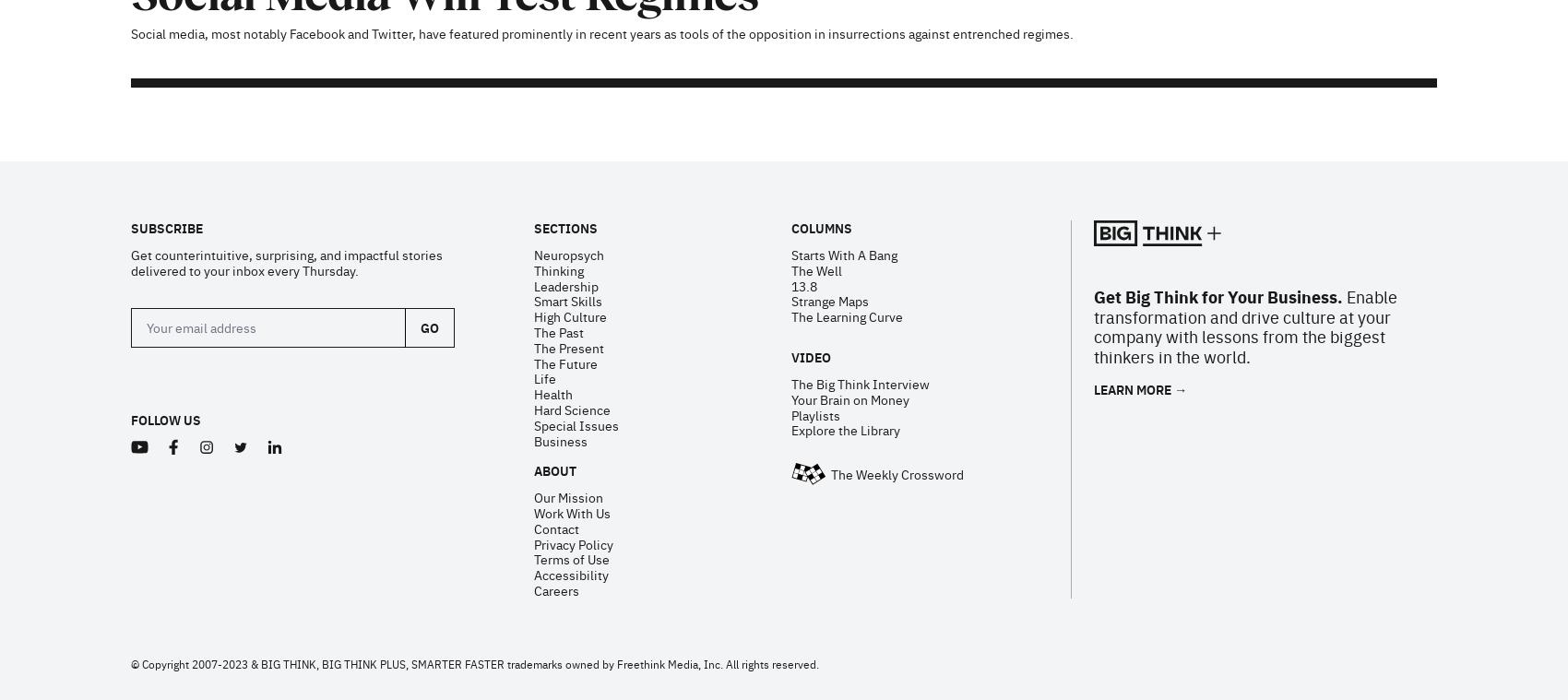  What do you see at coordinates (564, 45) in the screenshot?
I see `'Leadership'` at bounding box center [564, 45].